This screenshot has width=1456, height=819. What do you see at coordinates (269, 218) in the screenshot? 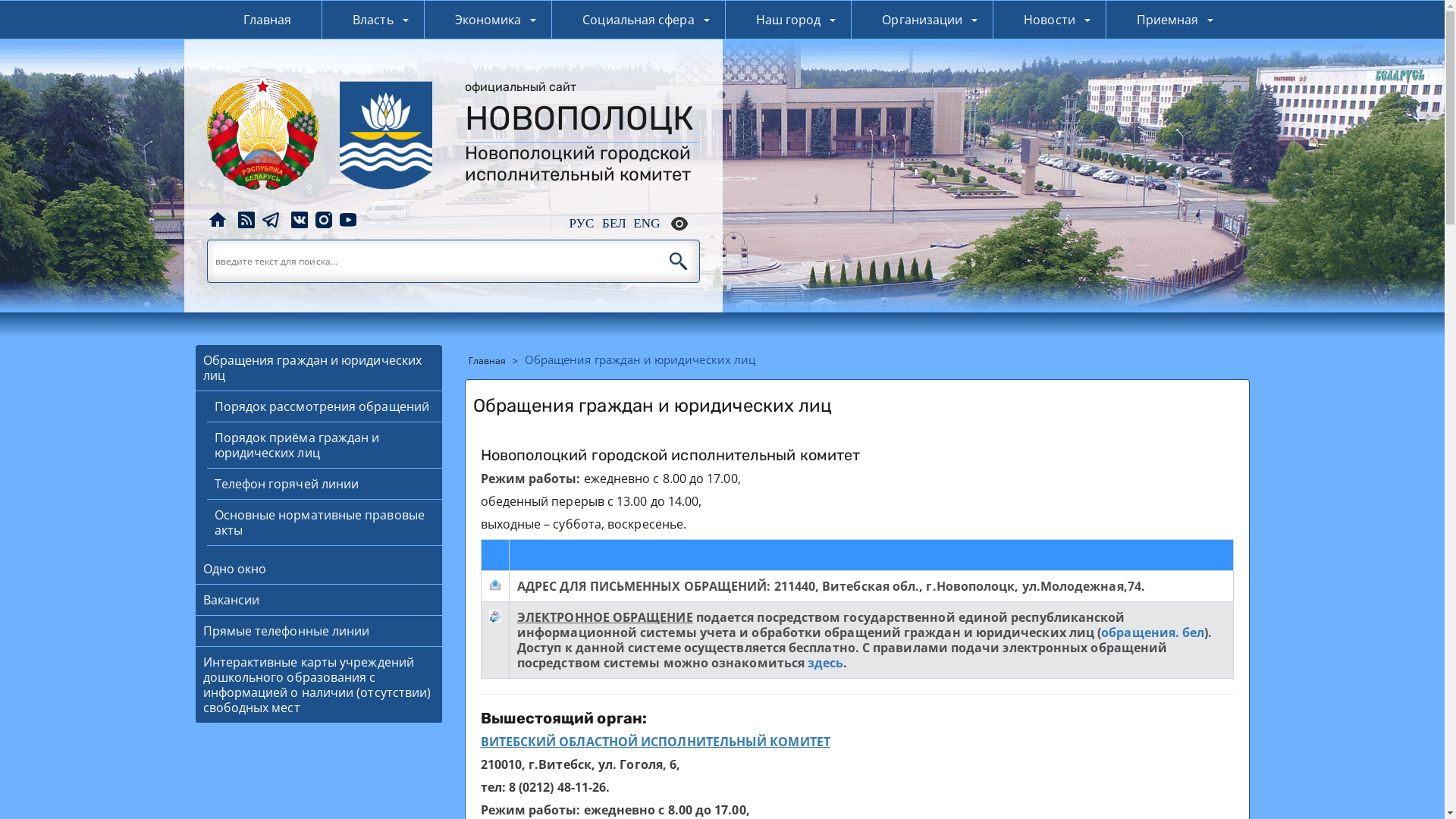
I see `'Telegram'` at bounding box center [269, 218].